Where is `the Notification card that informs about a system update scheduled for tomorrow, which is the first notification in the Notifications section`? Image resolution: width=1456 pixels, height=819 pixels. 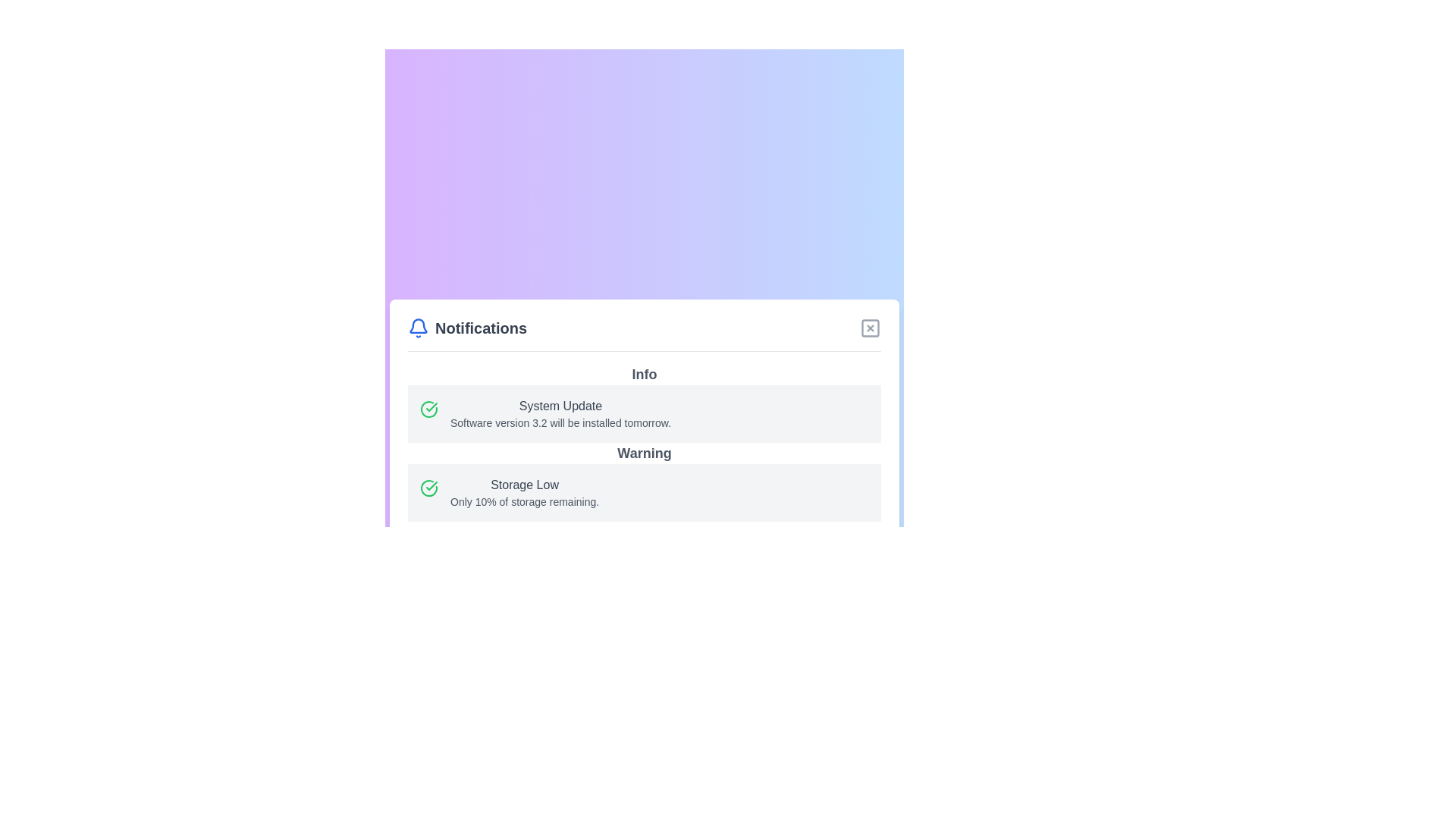
the Notification card that informs about a system update scheduled for tomorrow, which is the first notification in the Notifications section is located at coordinates (644, 402).